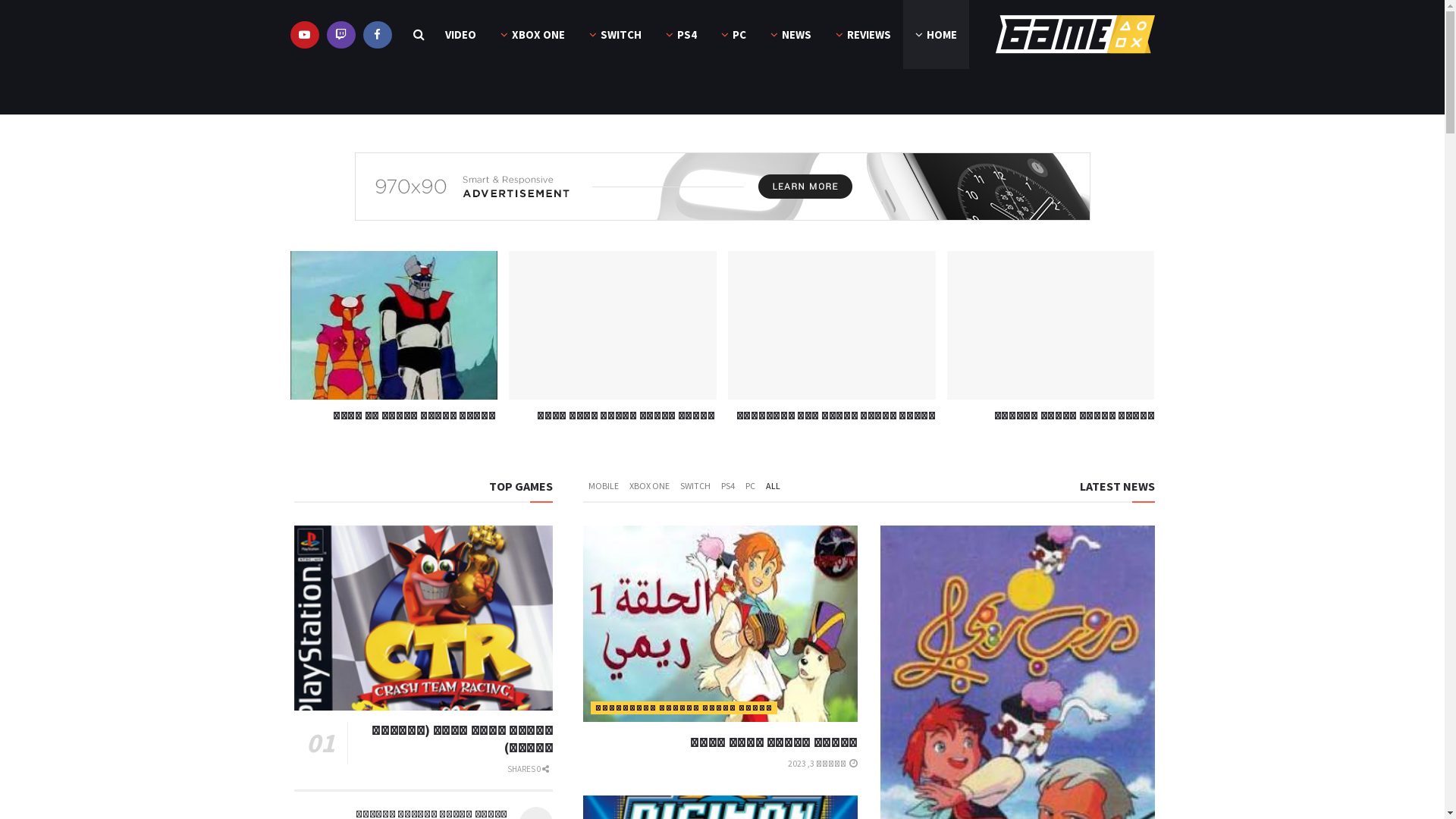 The image size is (1456, 819). What do you see at coordinates (680, 34) in the screenshot?
I see `'PS4'` at bounding box center [680, 34].